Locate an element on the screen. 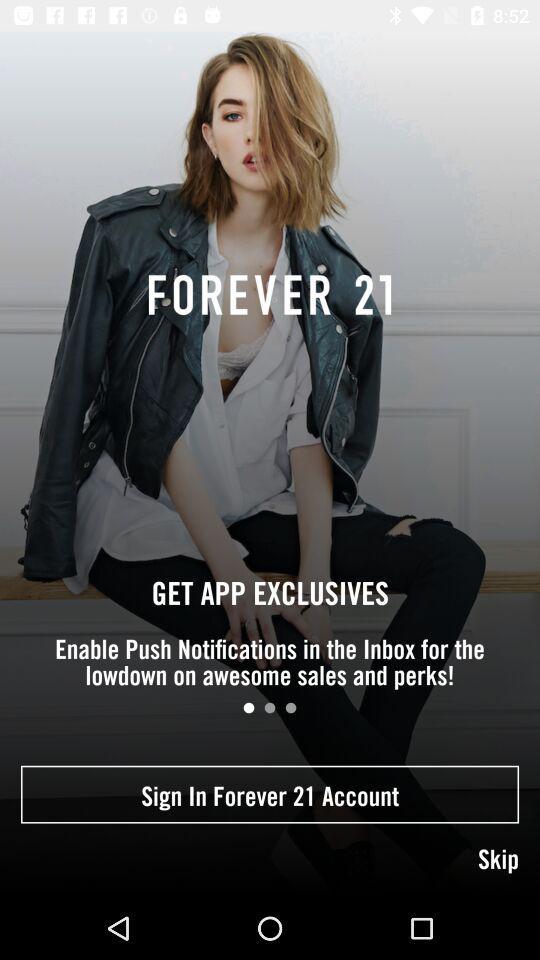 The width and height of the screenshot is (540, 960). the skip icon is located at coordinates (270, 859).